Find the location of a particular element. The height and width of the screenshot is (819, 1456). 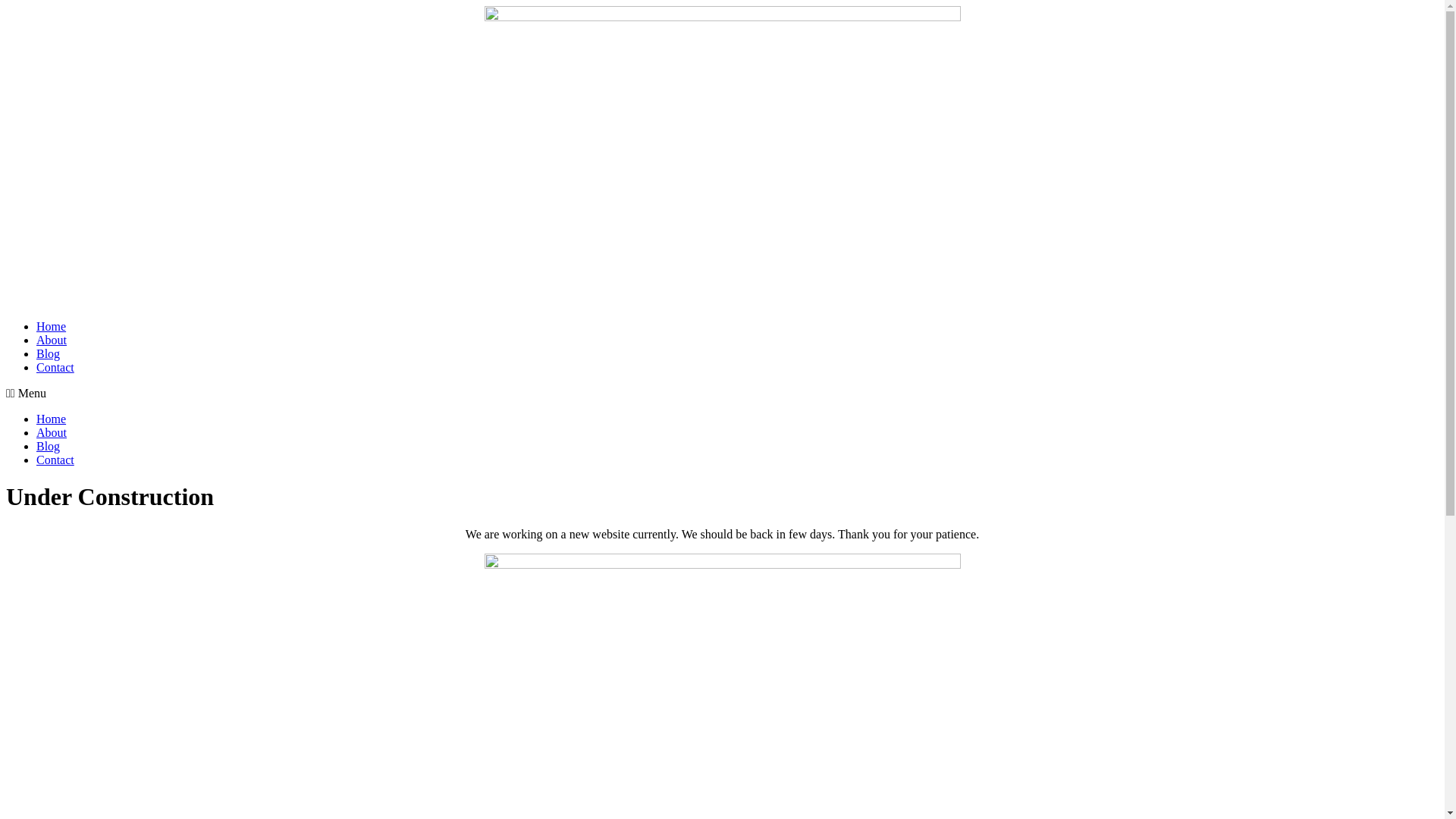

'Home' is located at coordinates (36, 325).